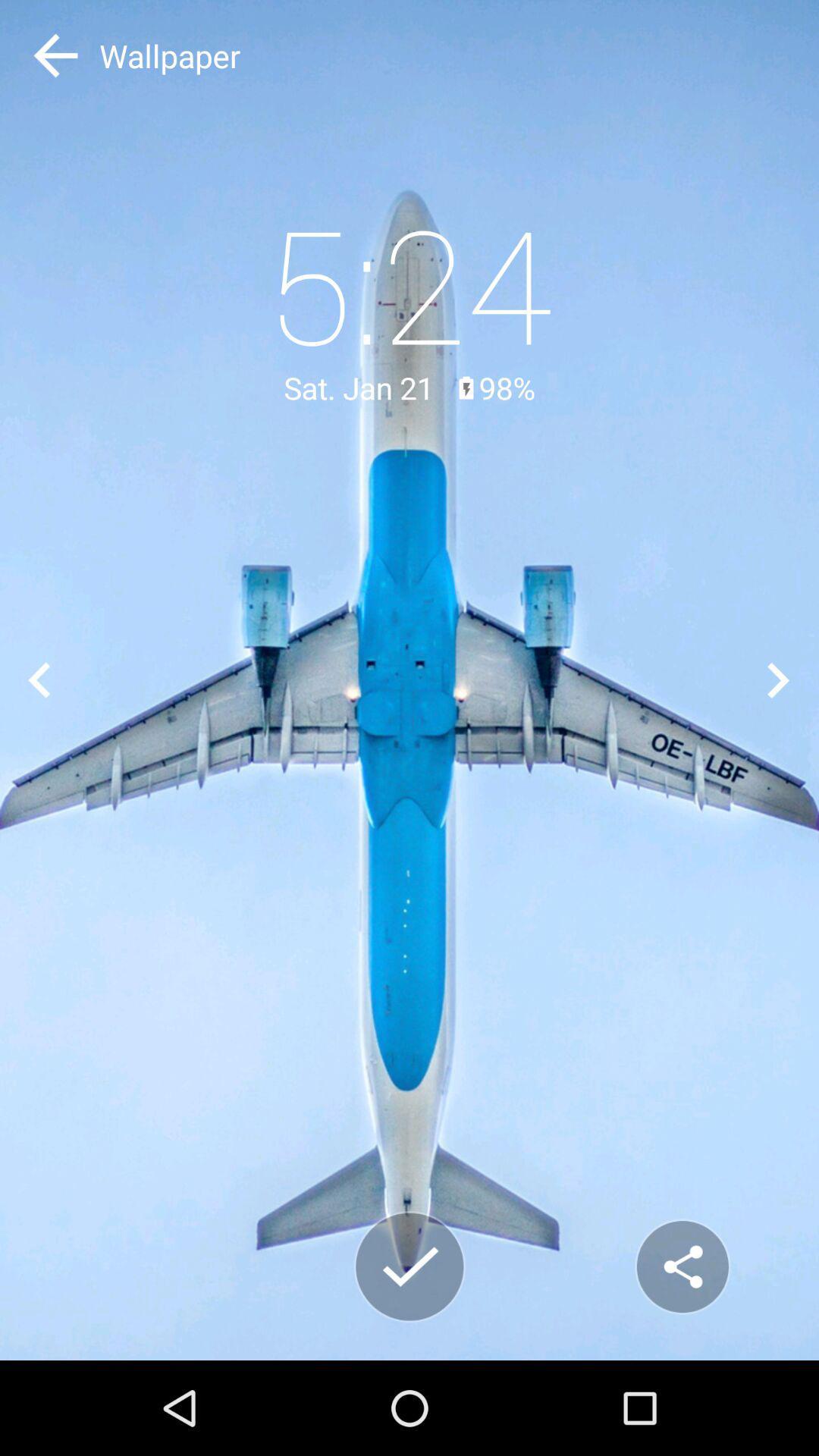  I want to click on the check icon, so click(409, 1266).